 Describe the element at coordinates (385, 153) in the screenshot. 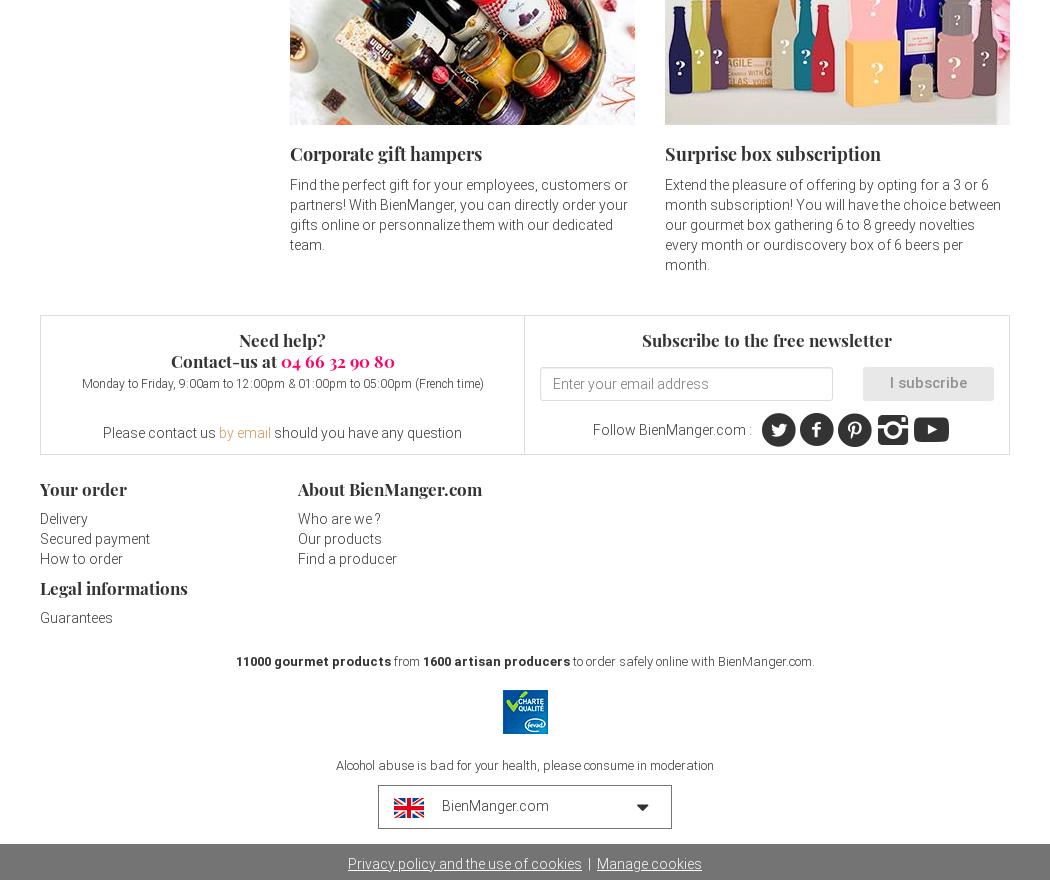

I see `'Corporate gift hampers'` at that location.